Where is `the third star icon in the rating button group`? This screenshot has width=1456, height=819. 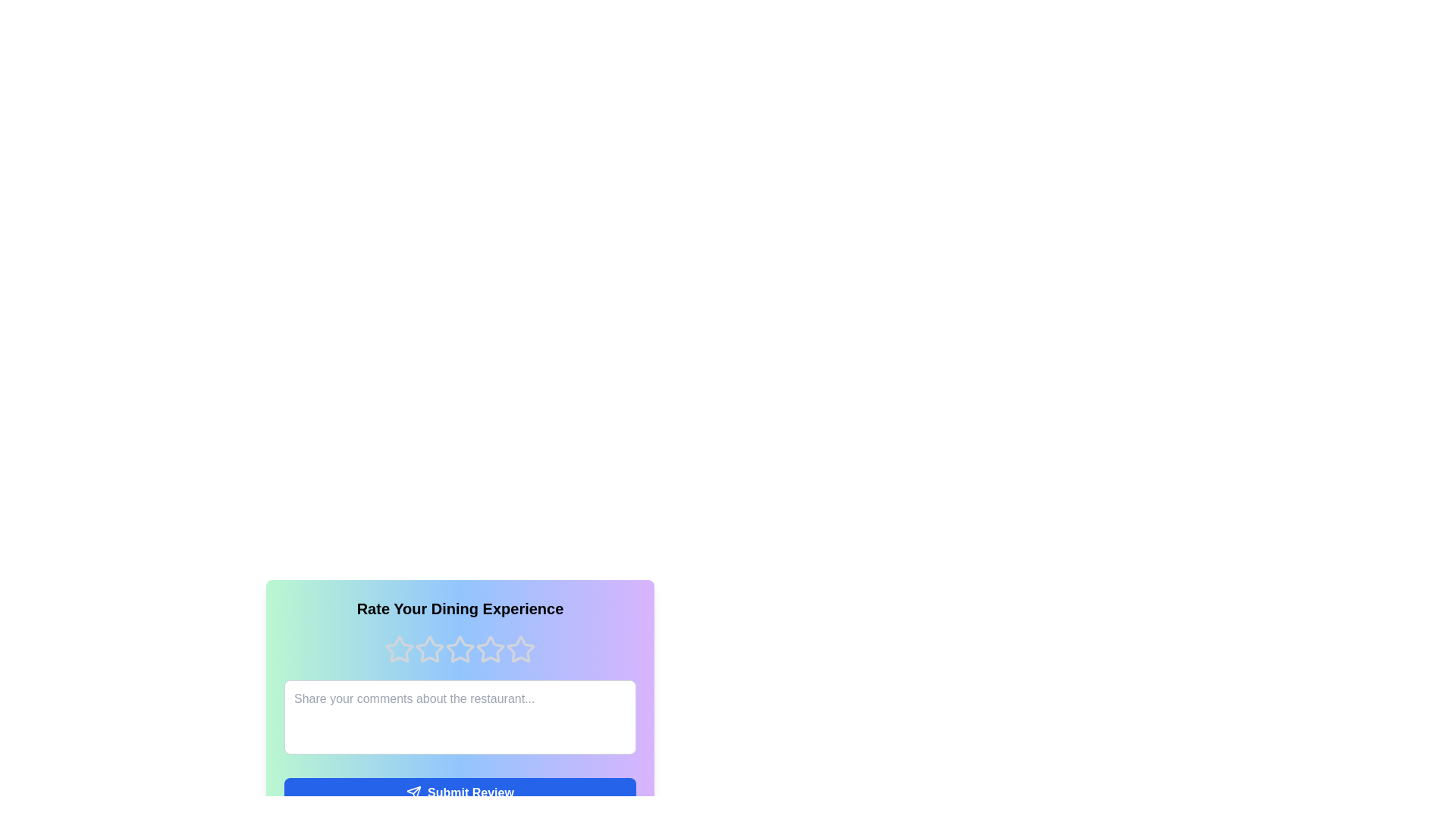 the third star icon in the rating button group is located at coordinates (459, 648).